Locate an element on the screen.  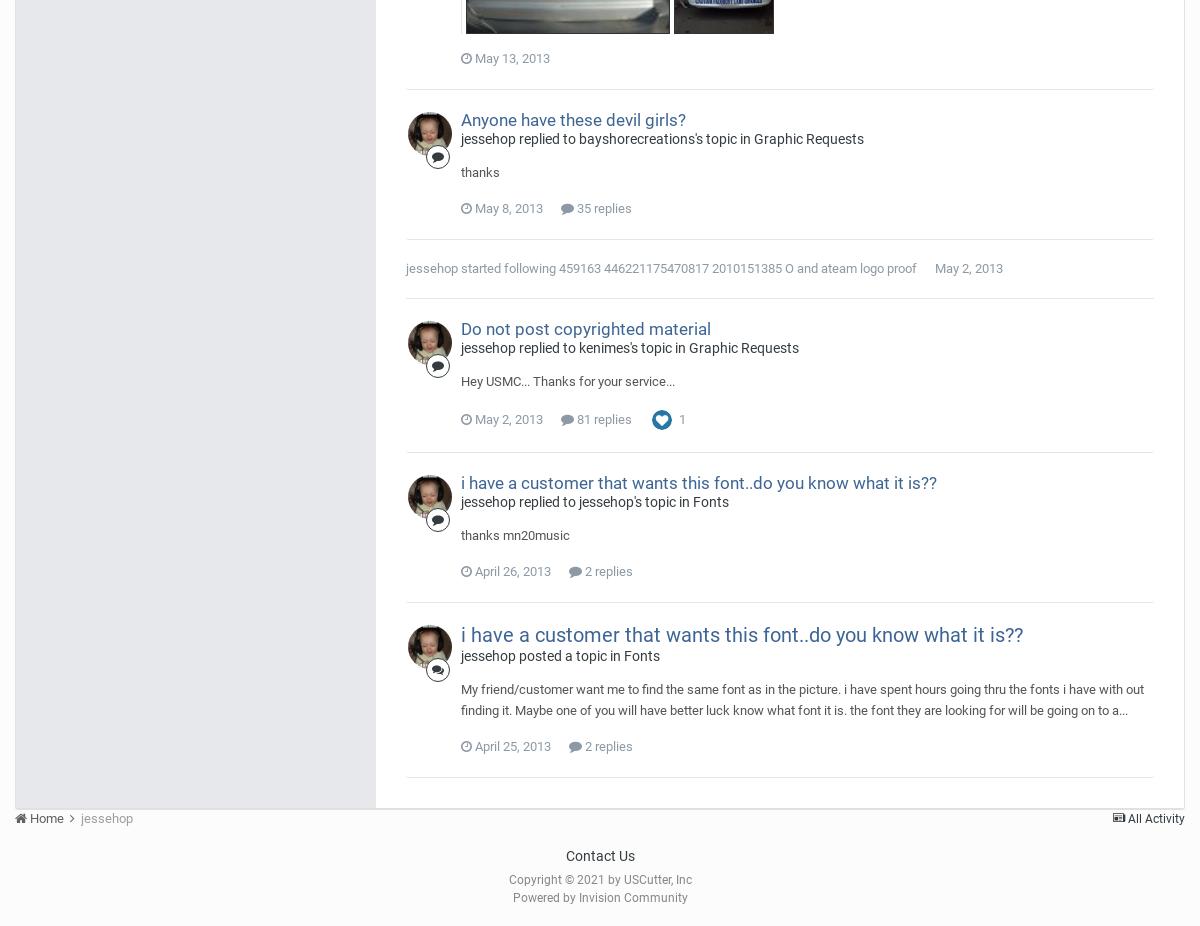
'Home' is located at coordinates (47, 817).